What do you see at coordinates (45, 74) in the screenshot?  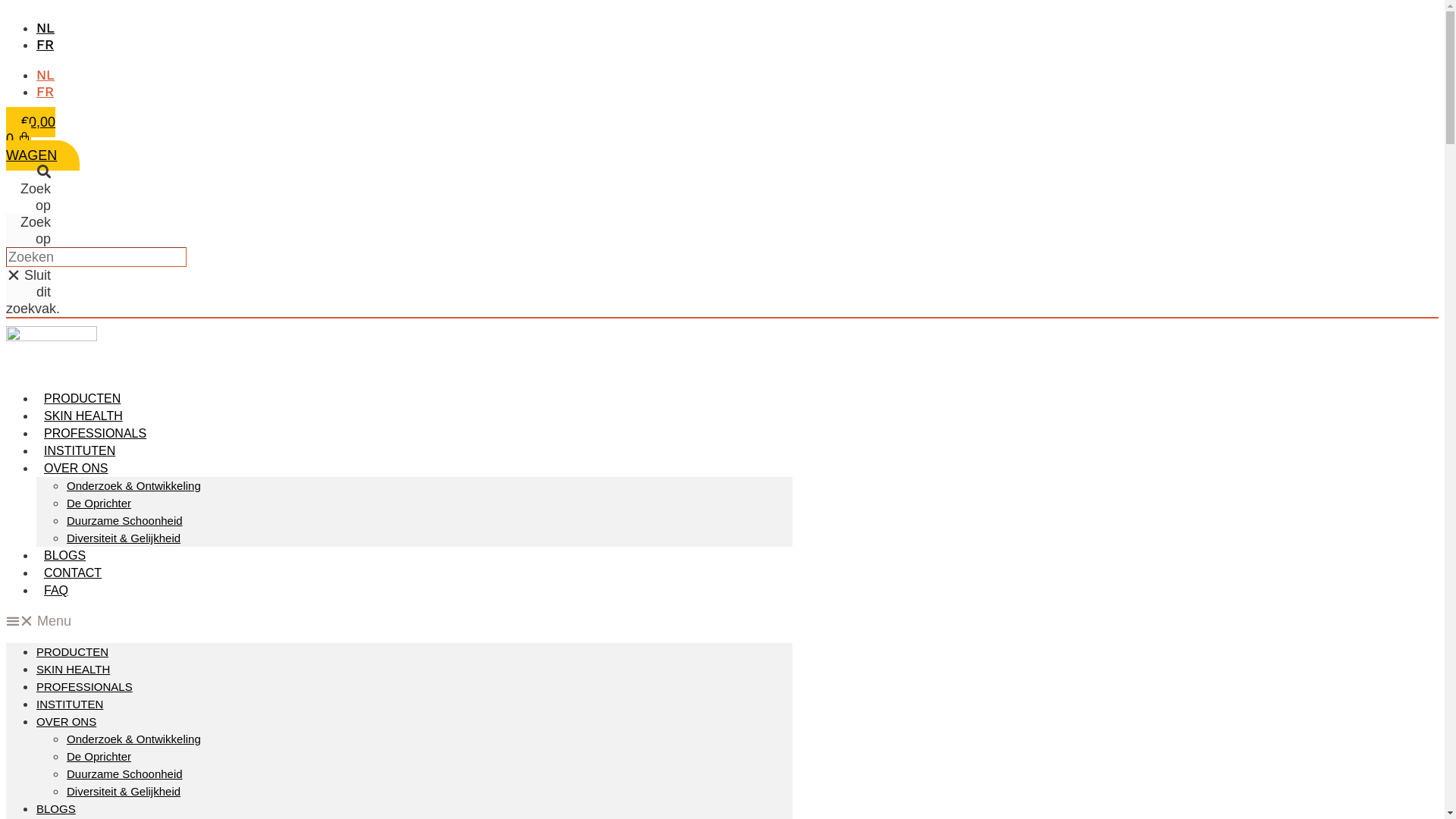 I see `'NL'` at bounding box center [45, 74].